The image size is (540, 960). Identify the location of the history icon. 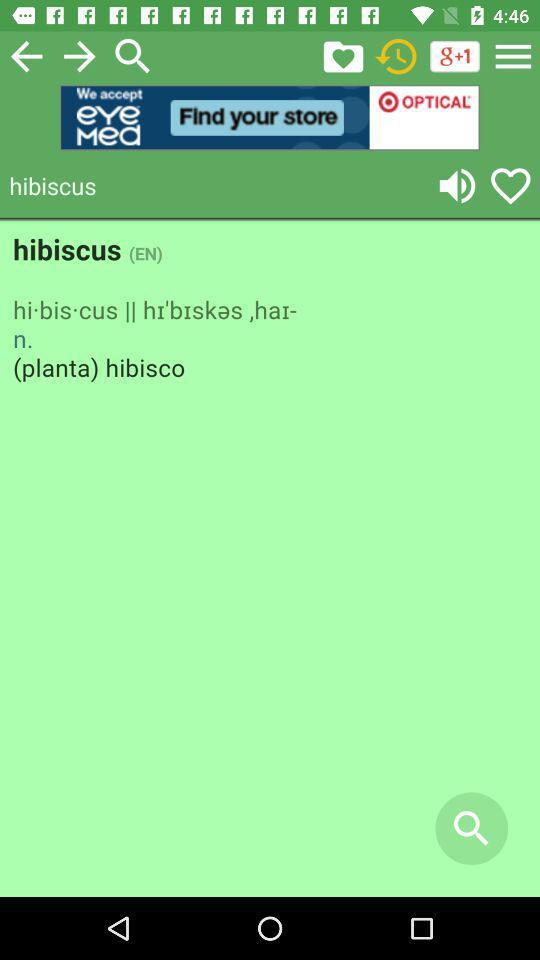
(396, 55).